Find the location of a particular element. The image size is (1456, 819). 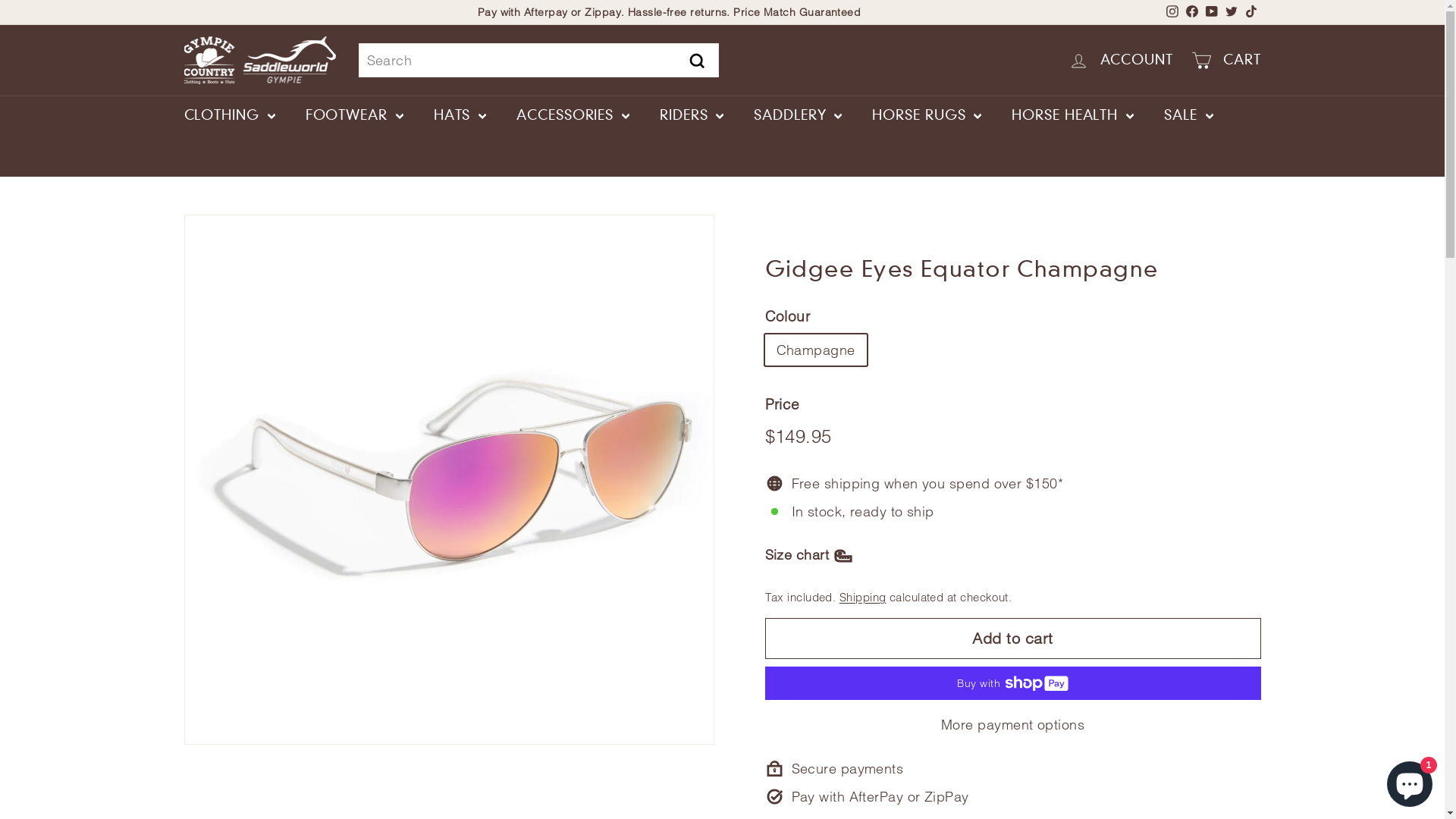

'Add to cart' is located at coordinates (1012, 638).